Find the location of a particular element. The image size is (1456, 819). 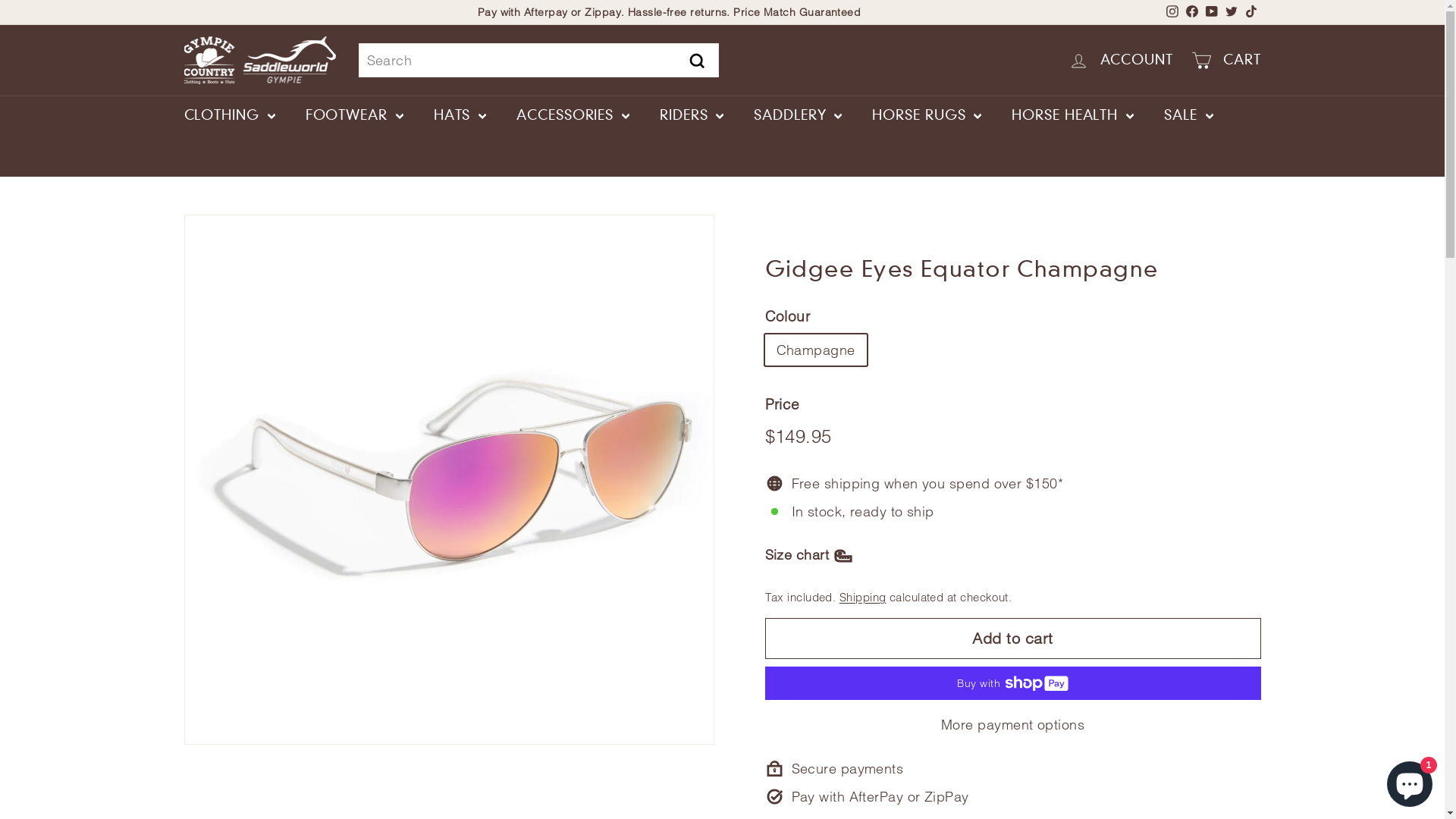

'Add to cart' is located at coordinates (1012, 638).